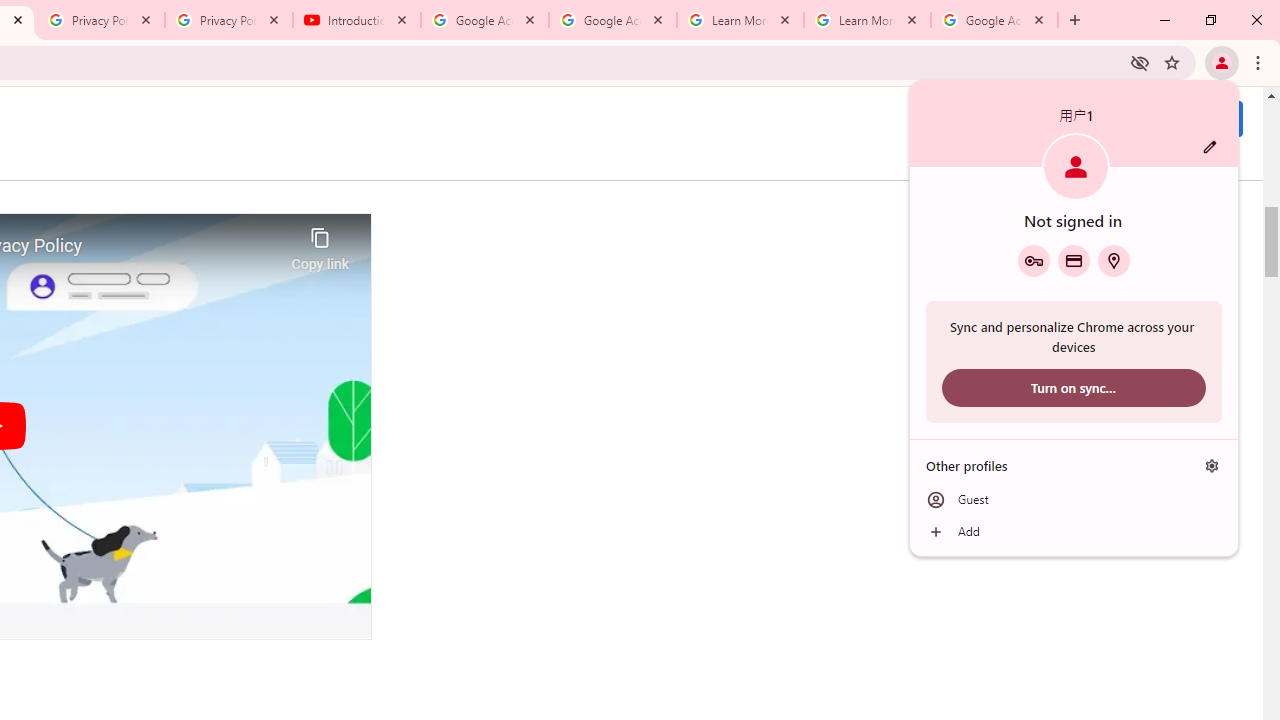 Image resolution: width=1280 pixels, height=720 pixels. Describe the element at coordinates (320, 243) in the screenshot. I see `'Copy link'` at that location.